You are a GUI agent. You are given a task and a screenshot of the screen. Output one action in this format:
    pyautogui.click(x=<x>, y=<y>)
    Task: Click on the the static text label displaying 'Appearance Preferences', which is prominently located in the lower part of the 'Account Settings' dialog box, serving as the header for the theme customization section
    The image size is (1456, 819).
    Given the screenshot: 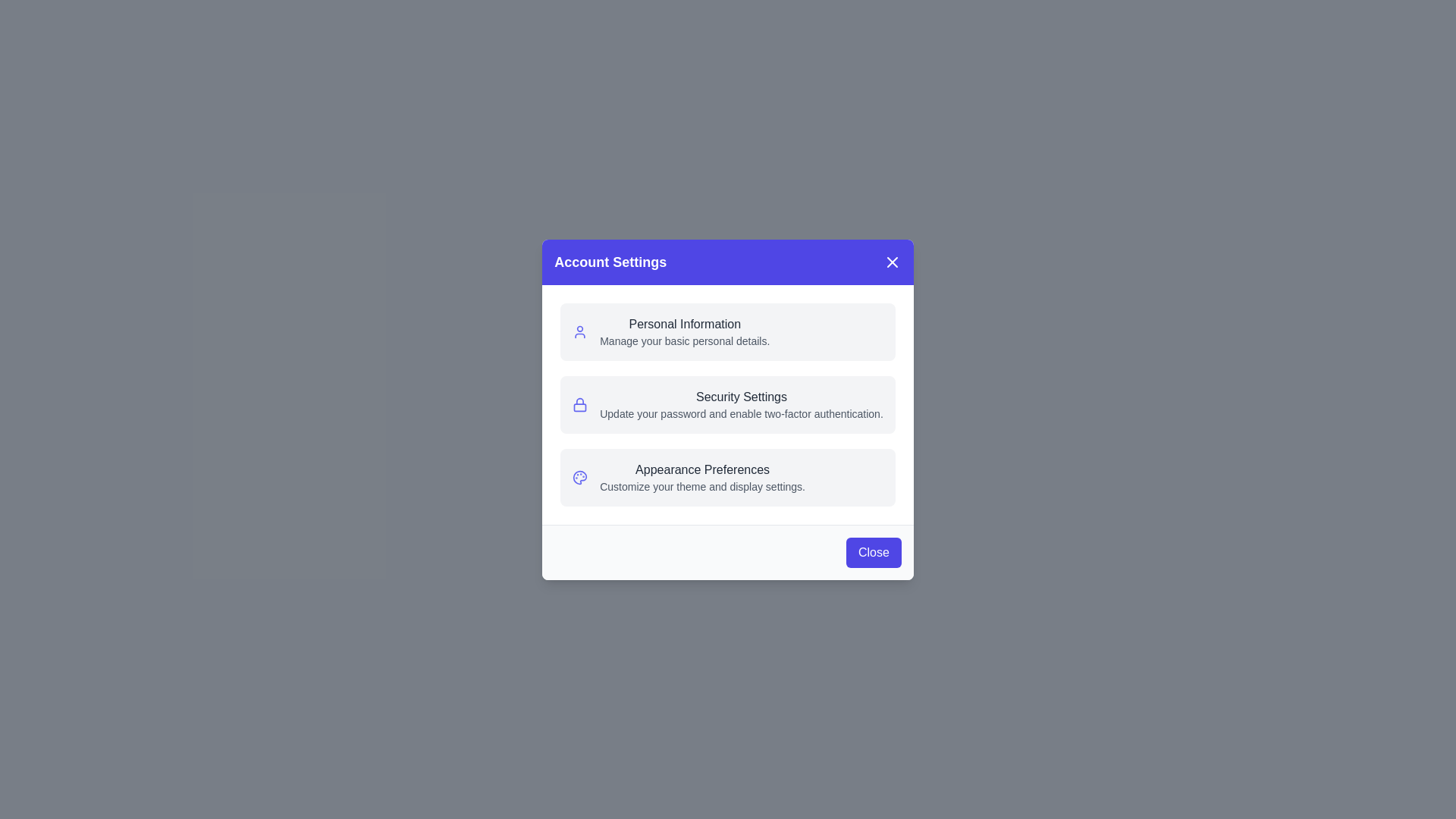 What is the action you would take?
    pyautogui.click(x=701, y=469)
    